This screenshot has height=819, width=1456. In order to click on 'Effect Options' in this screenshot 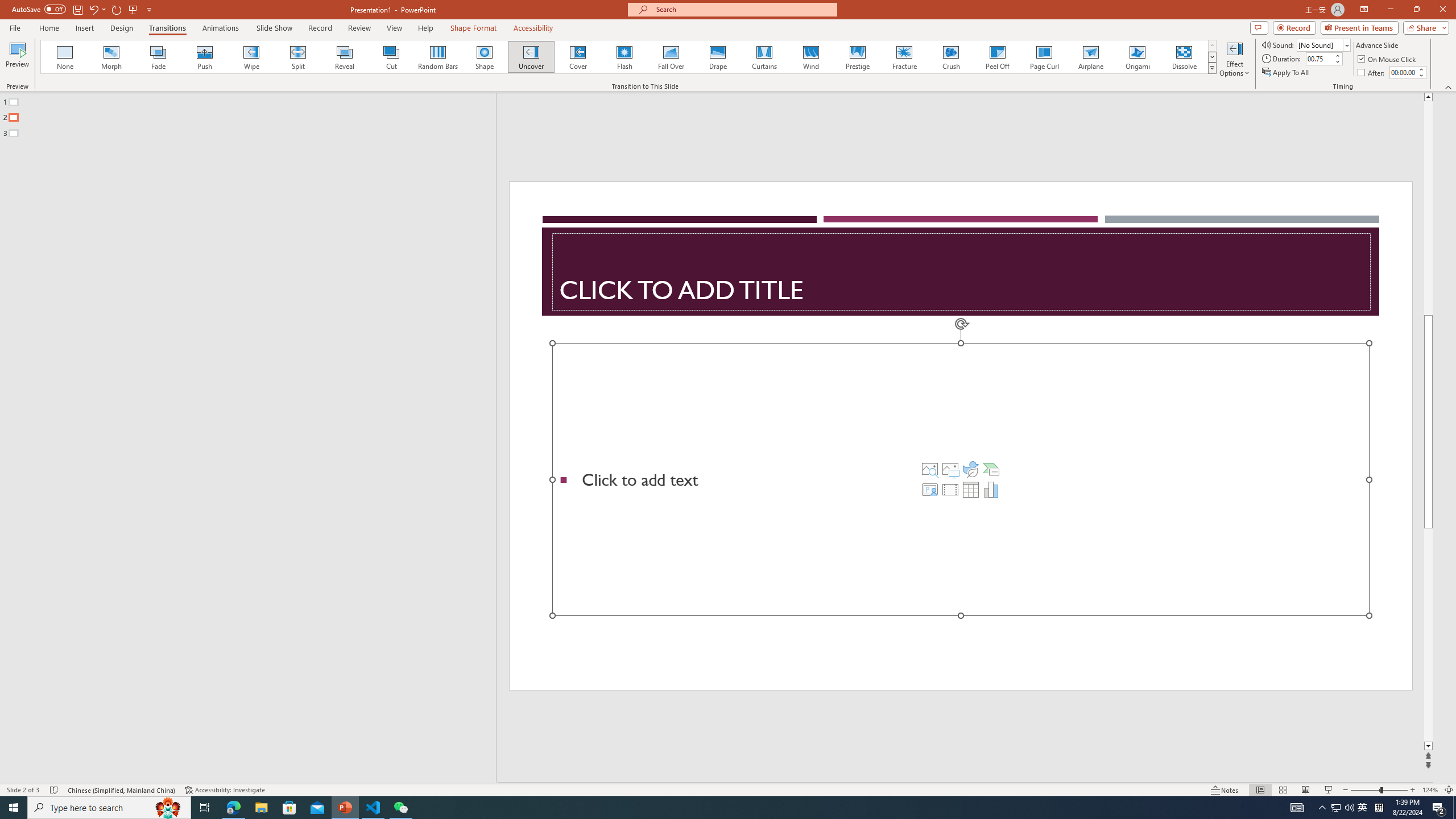, I will do `click(1234, 59)`.